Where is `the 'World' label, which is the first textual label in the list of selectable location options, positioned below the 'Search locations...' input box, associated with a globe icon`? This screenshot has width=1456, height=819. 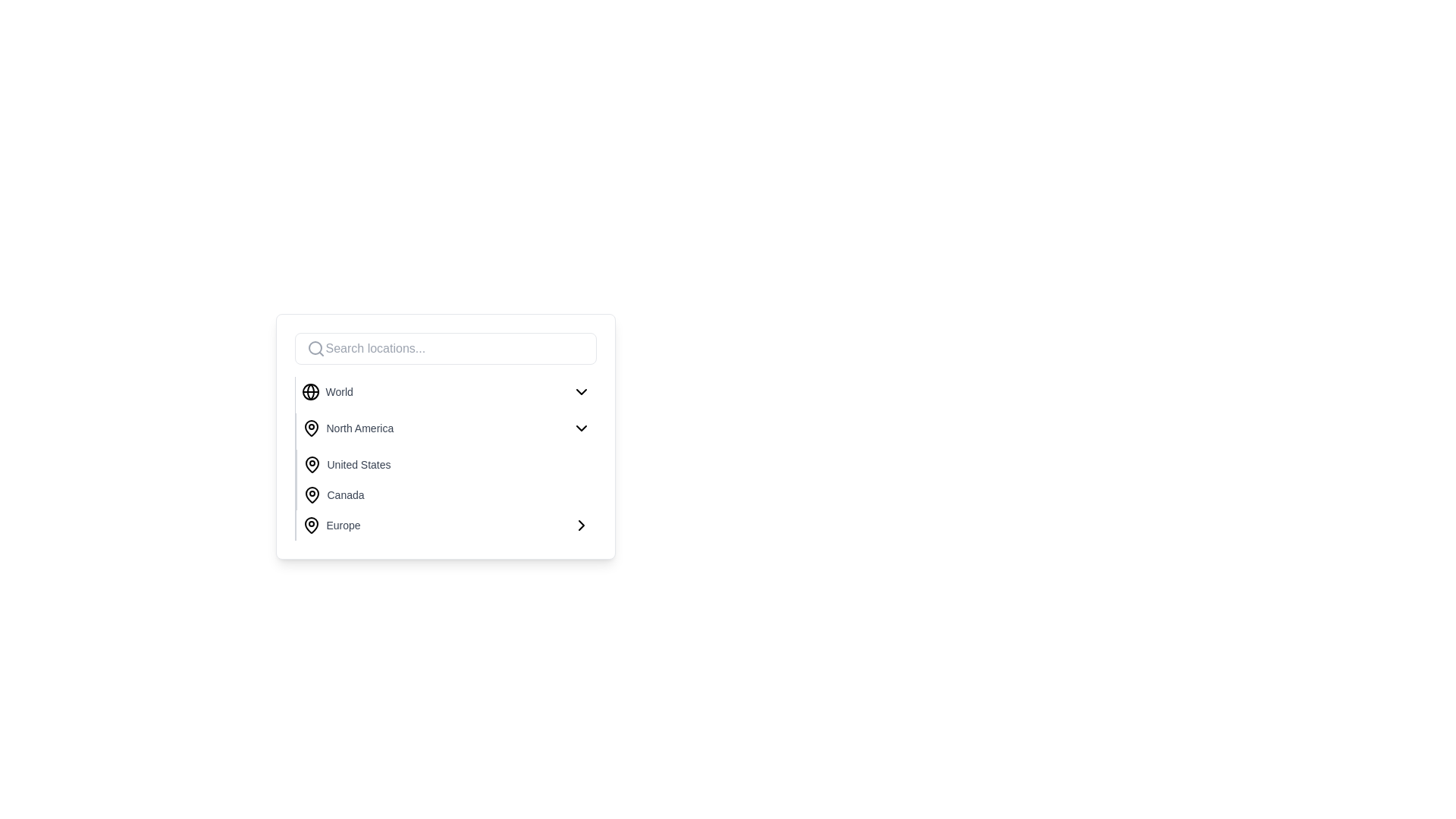 the 'World' label, which is the first textual label in the list of selectable location options, positioned below the 'Search locations...' input box, associated with a globe icon is located at coordinates (338, 391).